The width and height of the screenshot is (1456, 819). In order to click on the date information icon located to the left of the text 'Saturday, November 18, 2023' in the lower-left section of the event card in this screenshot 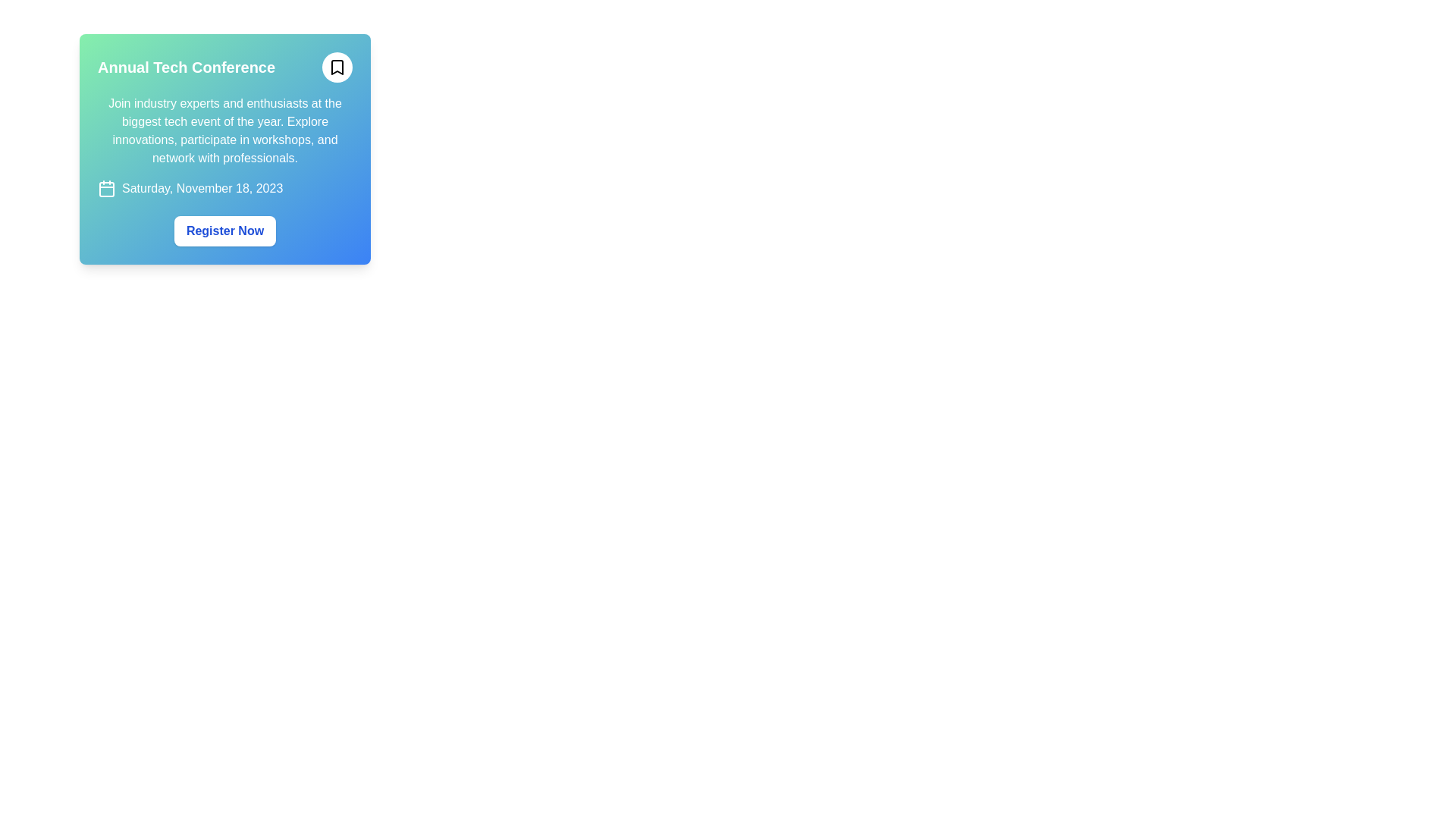, I will do `click(105, 188)`.